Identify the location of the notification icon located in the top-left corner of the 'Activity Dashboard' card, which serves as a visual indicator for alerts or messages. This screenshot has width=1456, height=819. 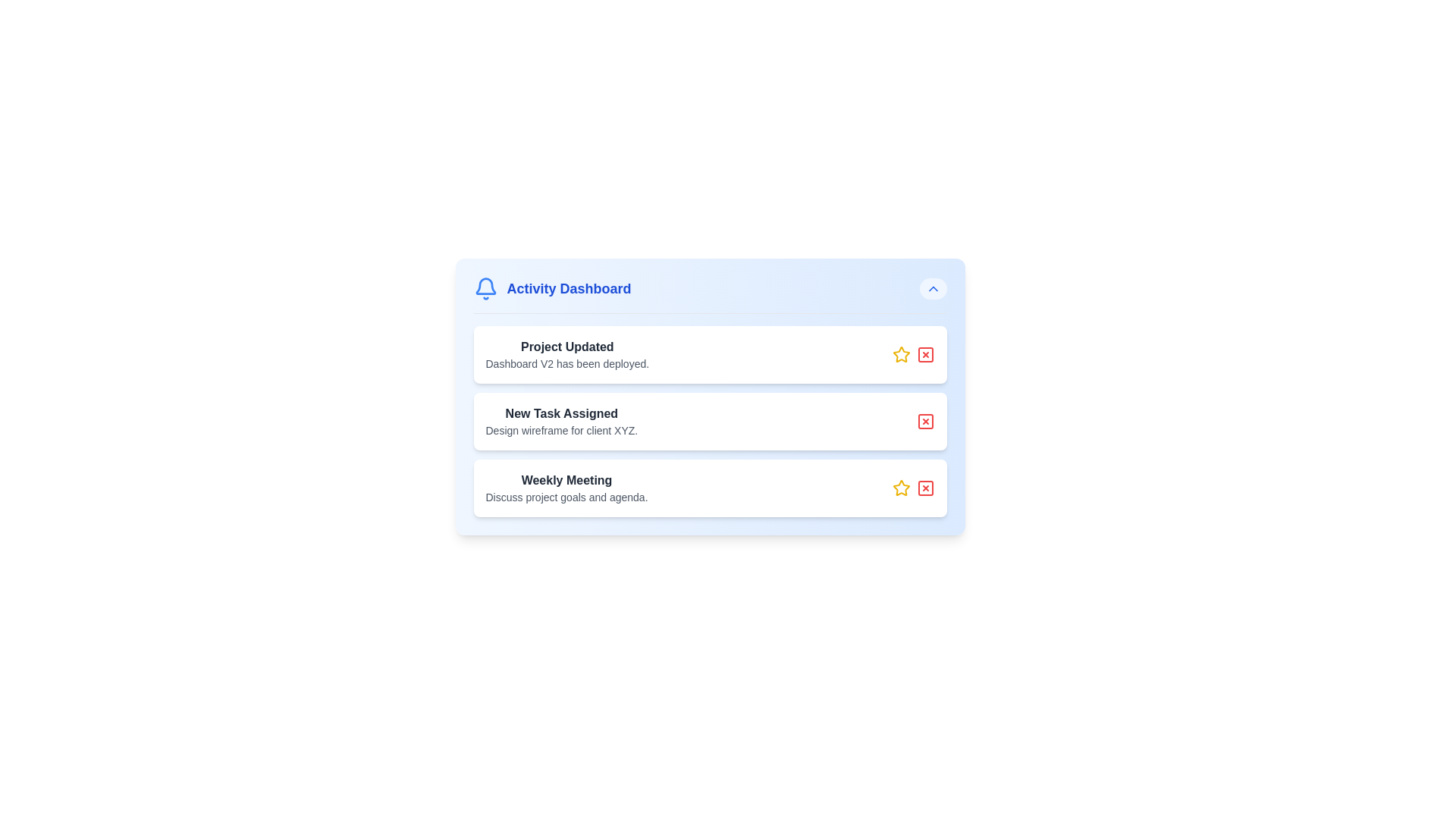
(485, 286).